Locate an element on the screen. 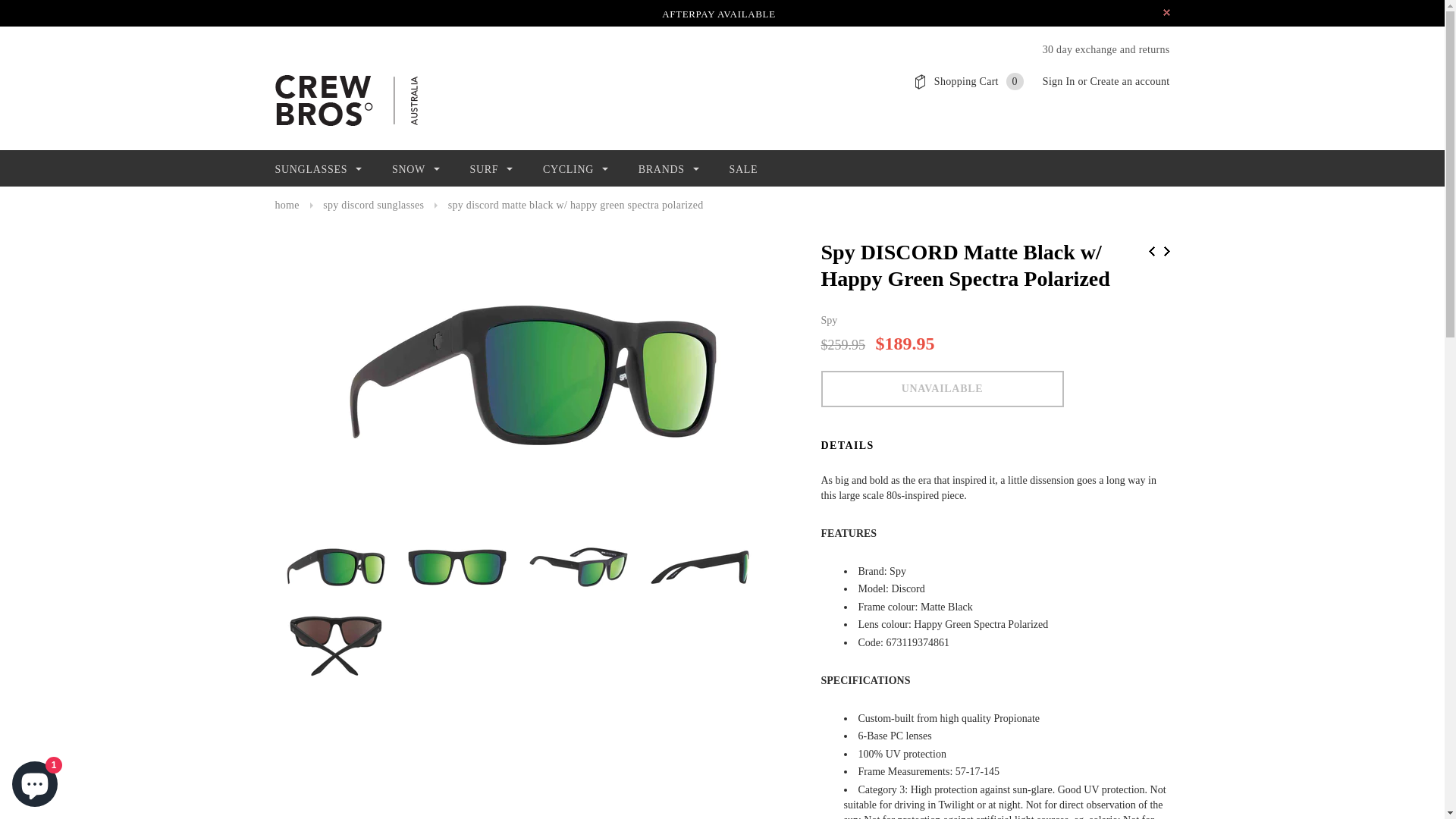 The height and width of the screenshot is (819, 1456). 'spy discord sunglasses' is located at coordinates (373, 205).